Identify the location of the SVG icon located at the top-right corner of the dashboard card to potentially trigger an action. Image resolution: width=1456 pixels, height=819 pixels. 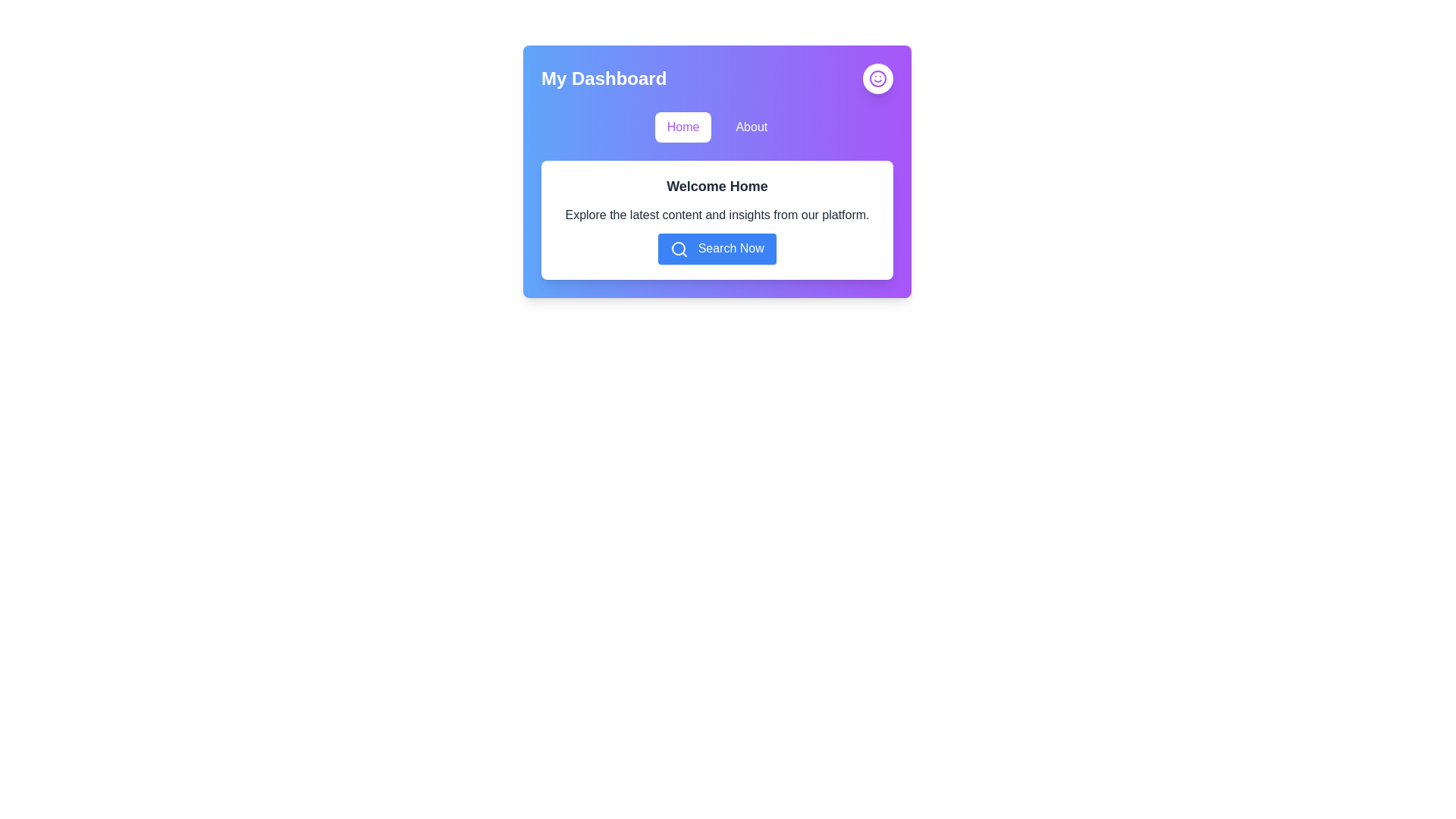
(877, 79).